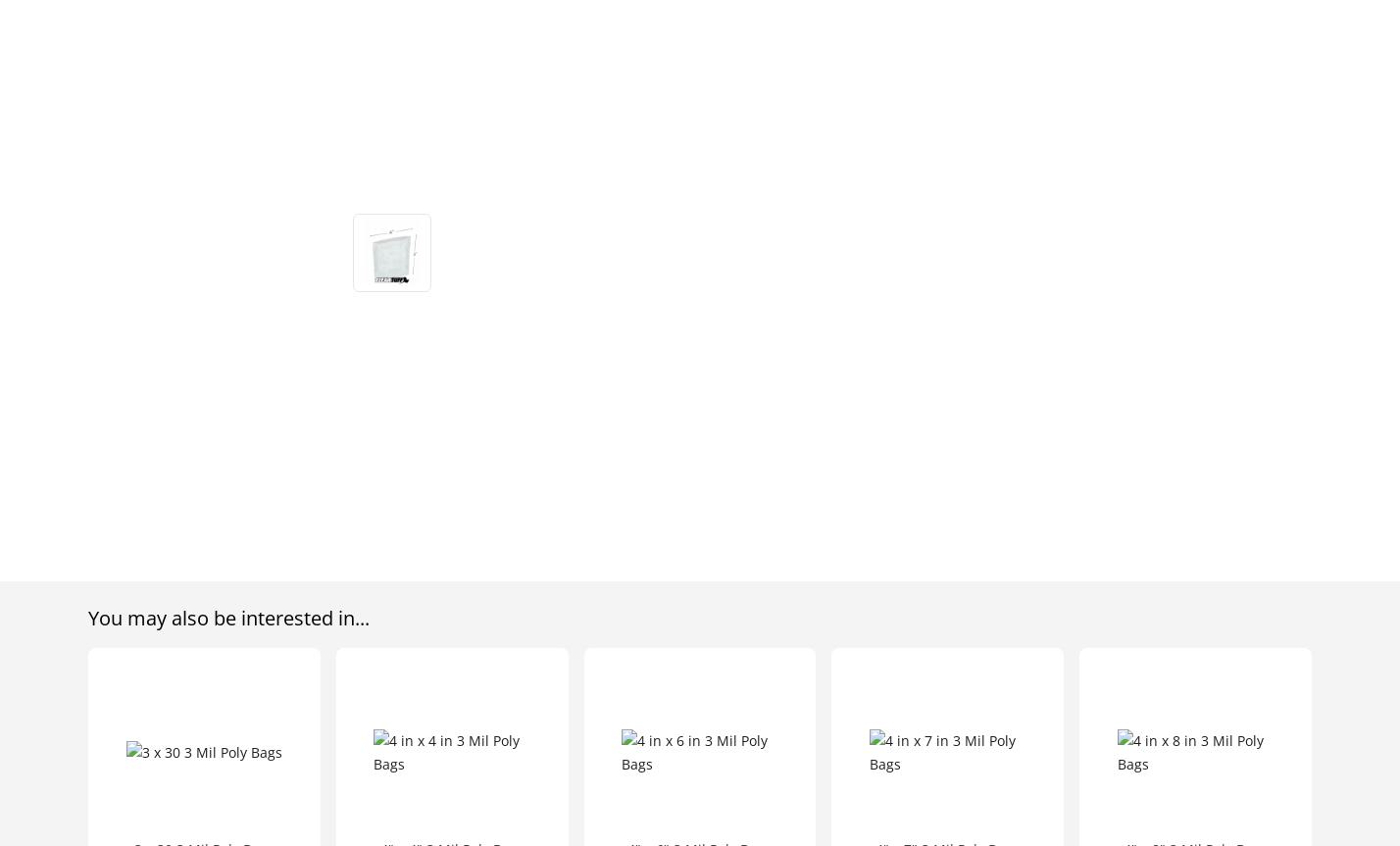 The image size is (1400, 846). What do you see at coordinates (1153, 41) in the screenshot?
I see `'Interactive Catalog'` at bounding box center [1153, 41].